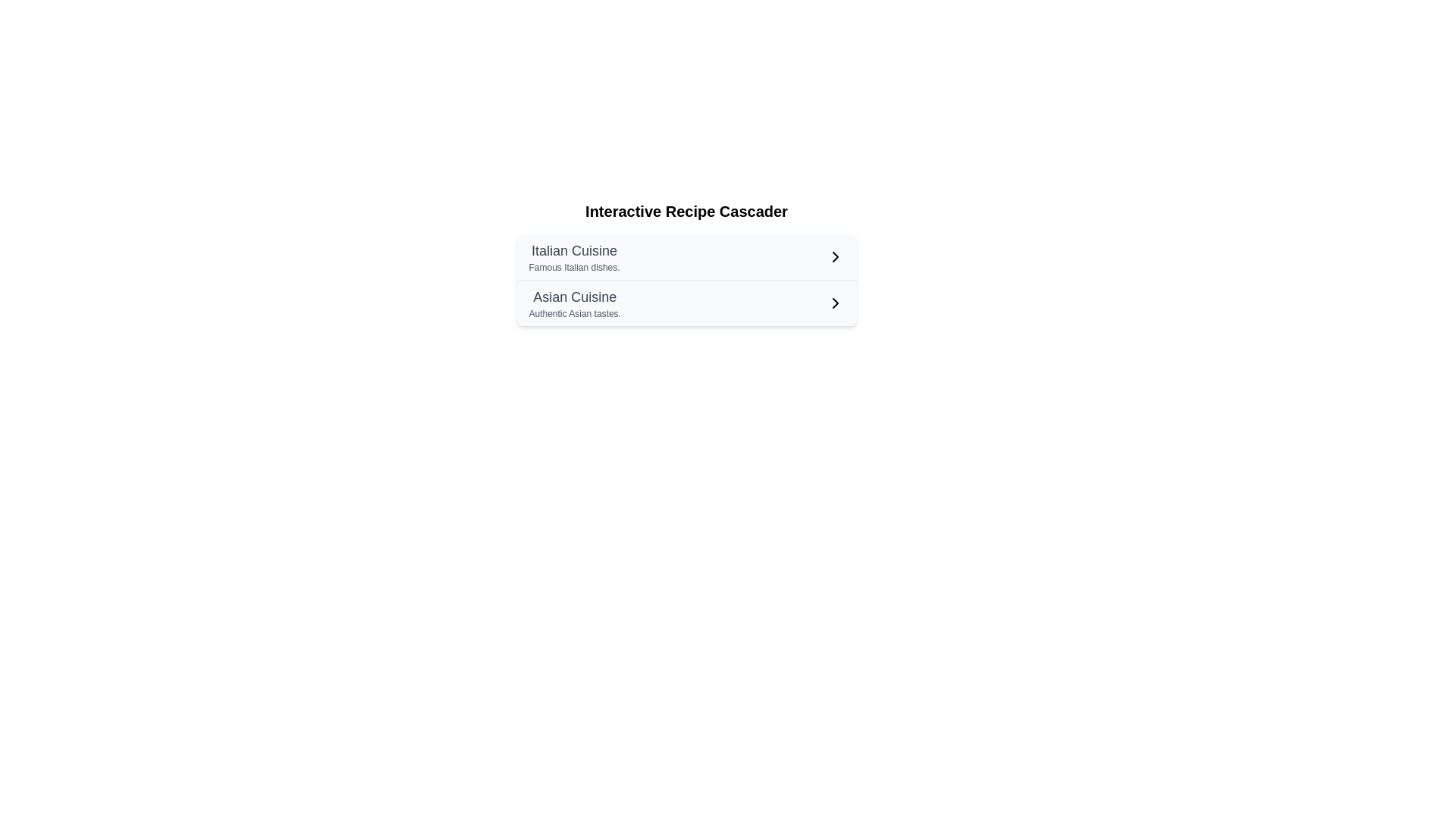 This screenshot has height=819, width=1456. Describe the element at coordinates (834, 256) in the screenshot. I see `the chevron icon pointing to the right, which is located to the right of the text 'Italian Cuisine' in the first row of a two-row list` at that location.